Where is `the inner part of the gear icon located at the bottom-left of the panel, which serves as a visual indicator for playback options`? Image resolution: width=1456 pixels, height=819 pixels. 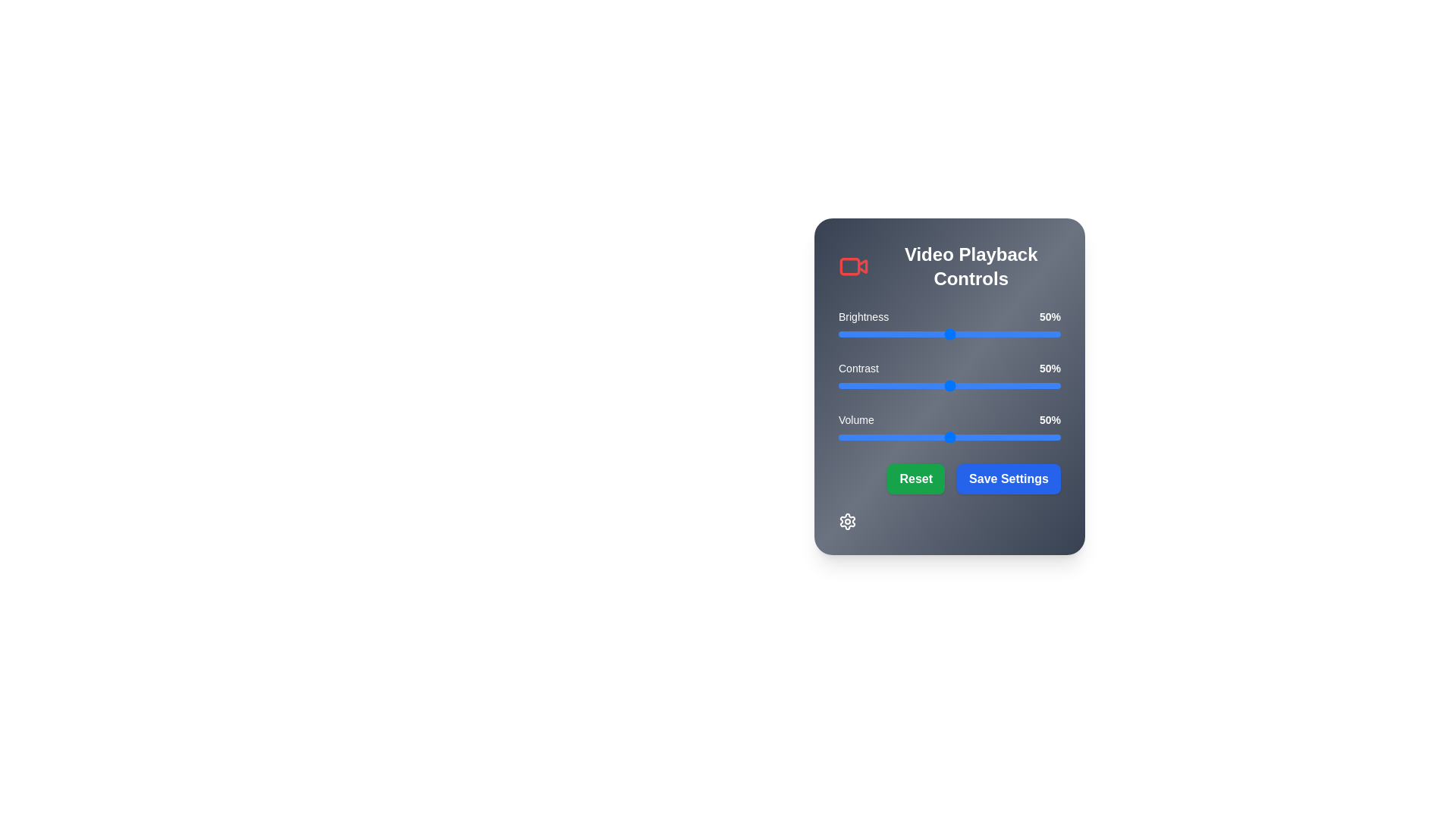 the inner part of the gear icon located at the bottom-left of the panel, which serves as a visual indicator for playback options is located at coordinates (847, 520).